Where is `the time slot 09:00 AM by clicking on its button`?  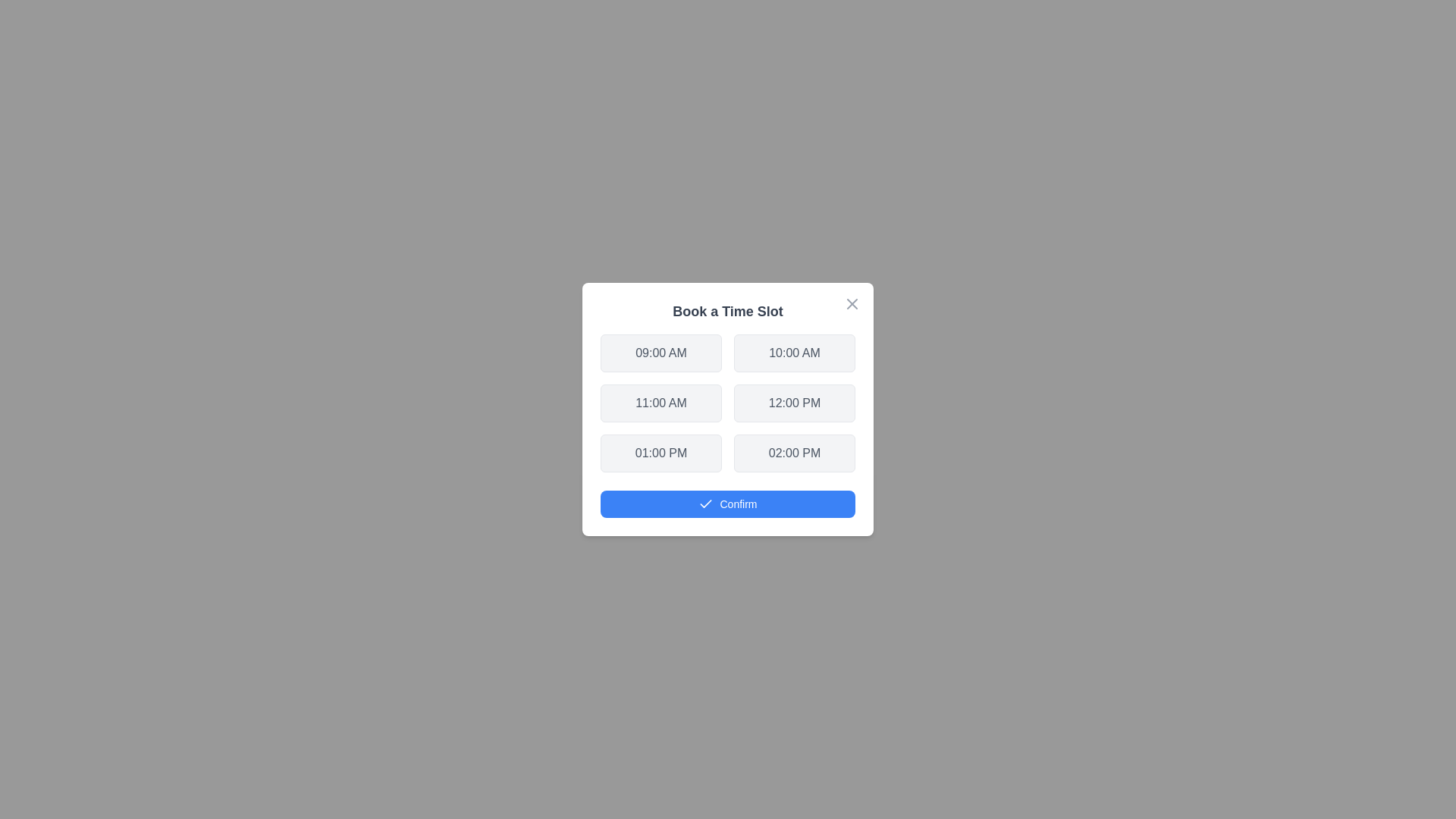
the time slot 09:00 AM by clicking on its button is located at coordinates (661, 353).